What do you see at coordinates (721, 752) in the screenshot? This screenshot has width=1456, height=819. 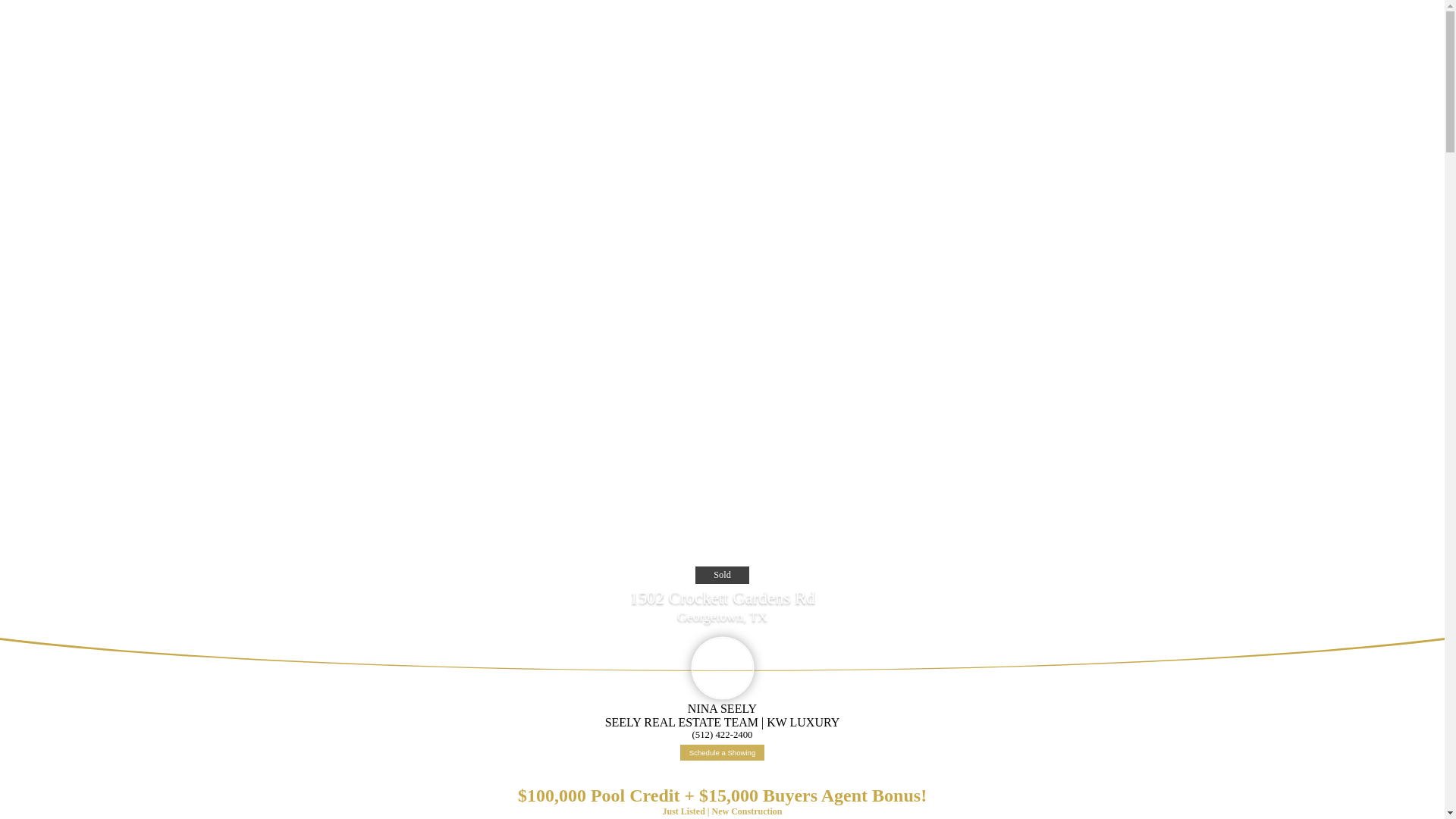 I see `'Schedule a Showing'` at bounding box center [721, 752].